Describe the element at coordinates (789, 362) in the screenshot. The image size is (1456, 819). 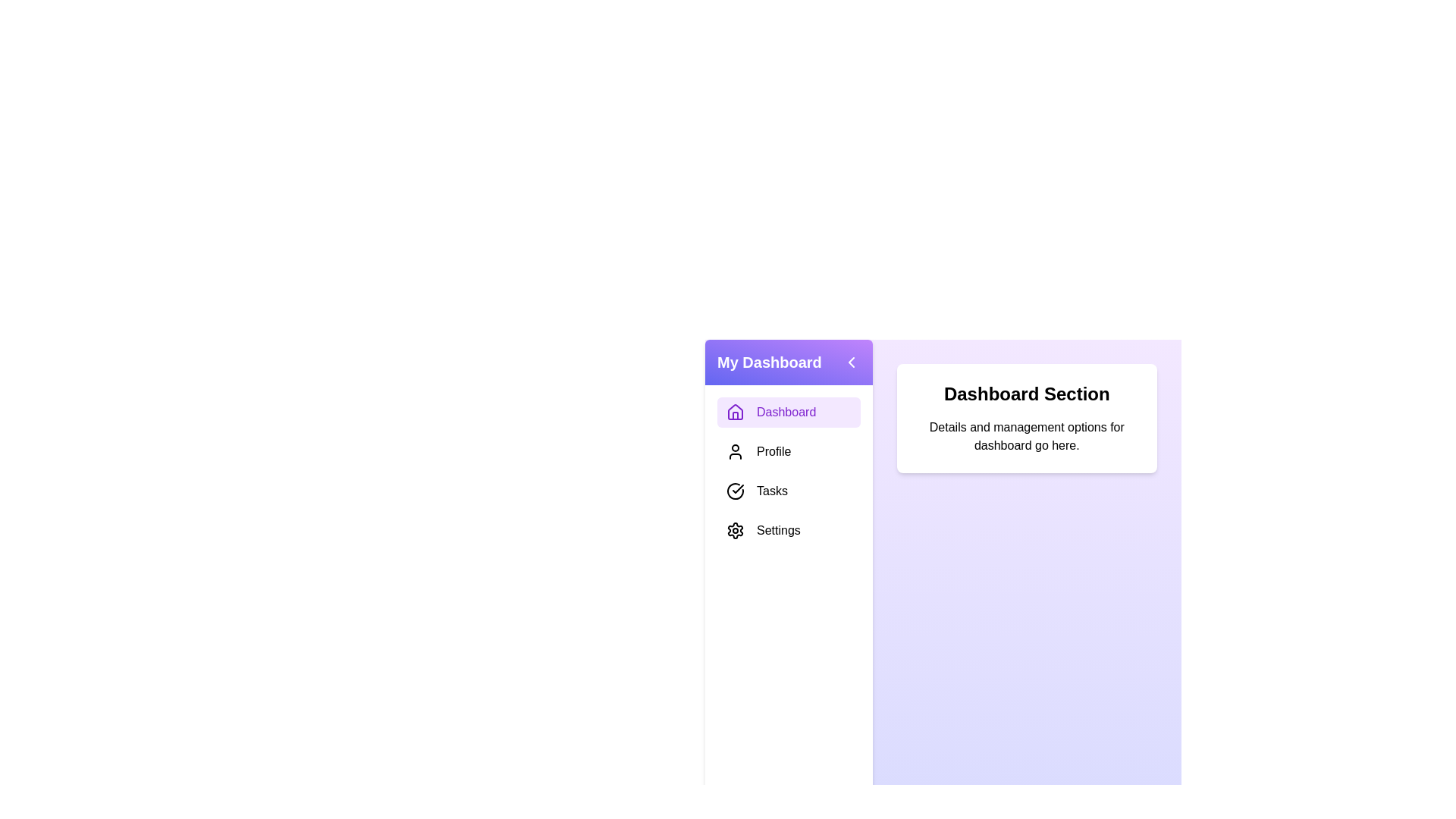
I see `the header element labeled 'My Dashboard' located at the top of the sidebar on the left side of the interface` at that location.